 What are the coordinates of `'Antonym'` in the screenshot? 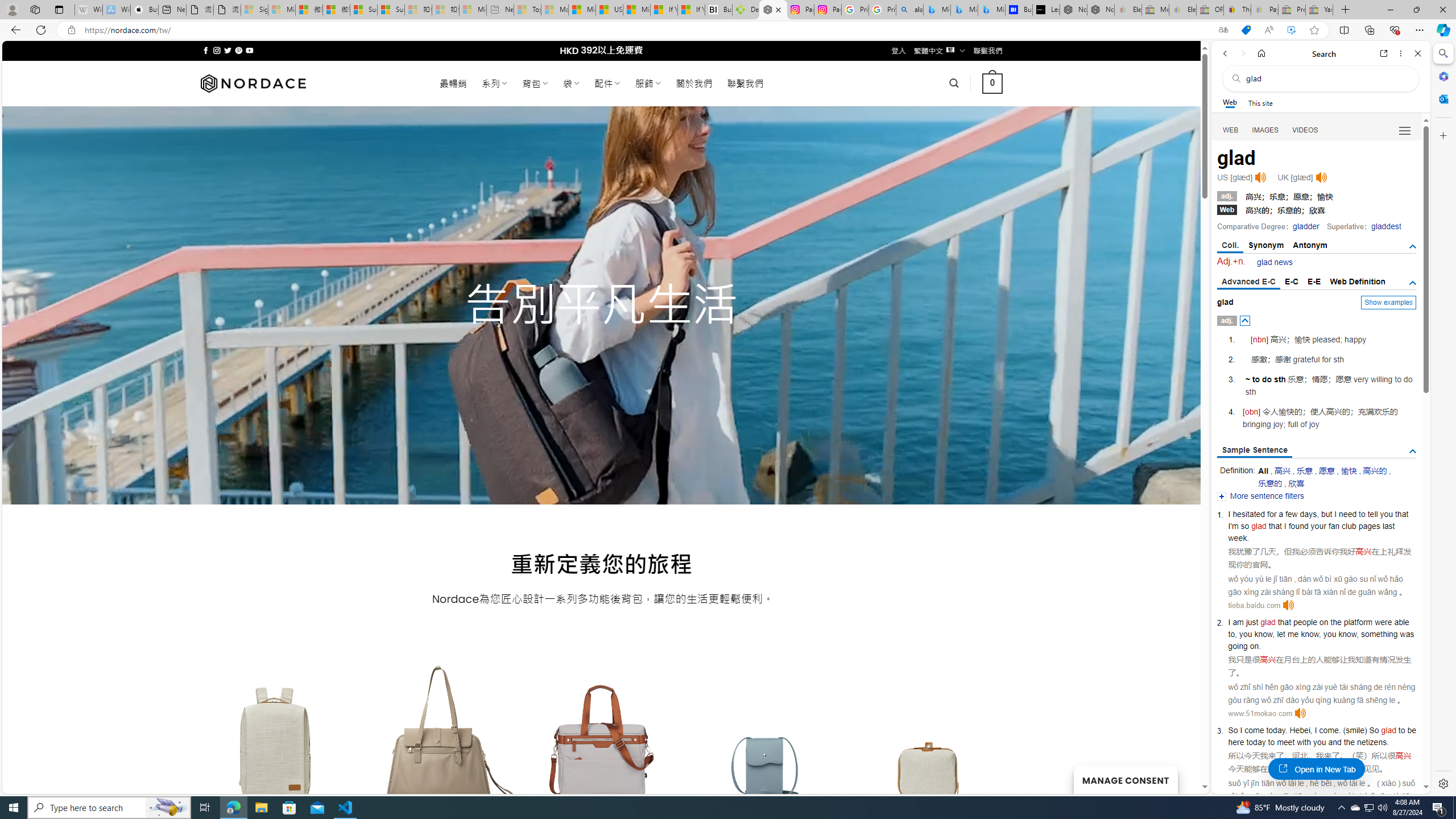 It's located at (1310, 245).